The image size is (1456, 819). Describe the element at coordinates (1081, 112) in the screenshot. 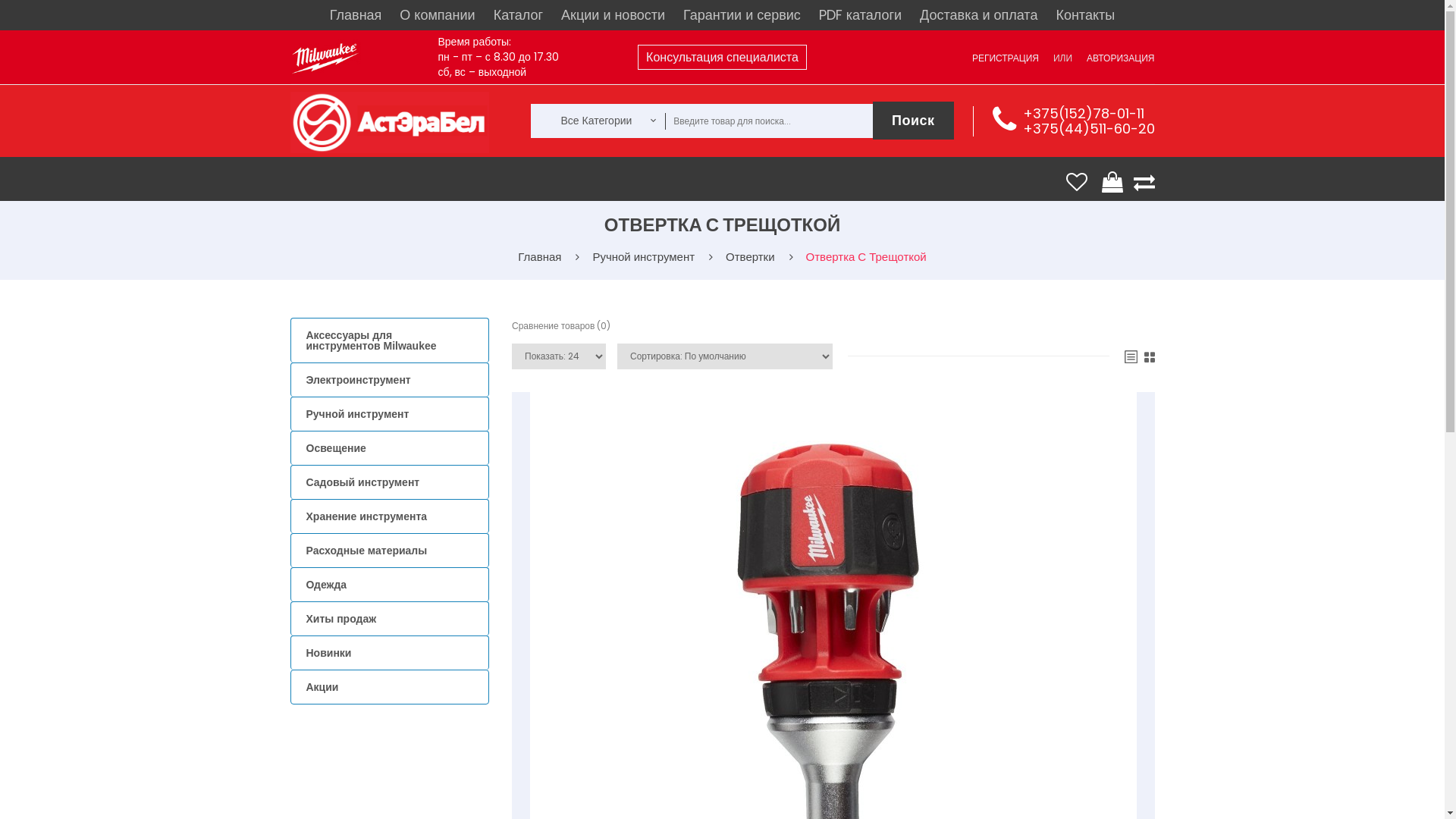

I see `'+375(152)78-01-11'` at that location.